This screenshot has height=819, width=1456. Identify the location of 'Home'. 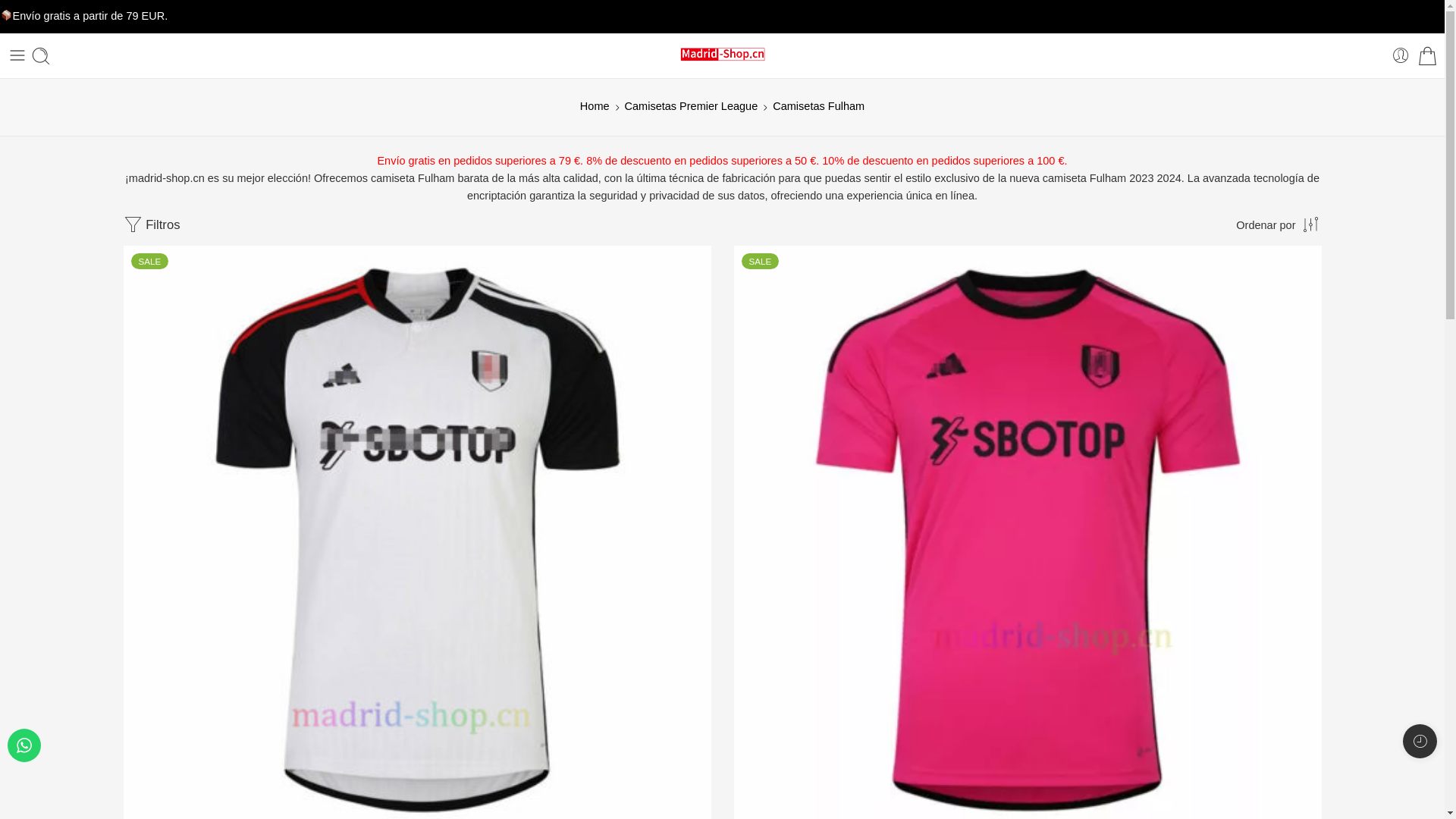
(594, 105).